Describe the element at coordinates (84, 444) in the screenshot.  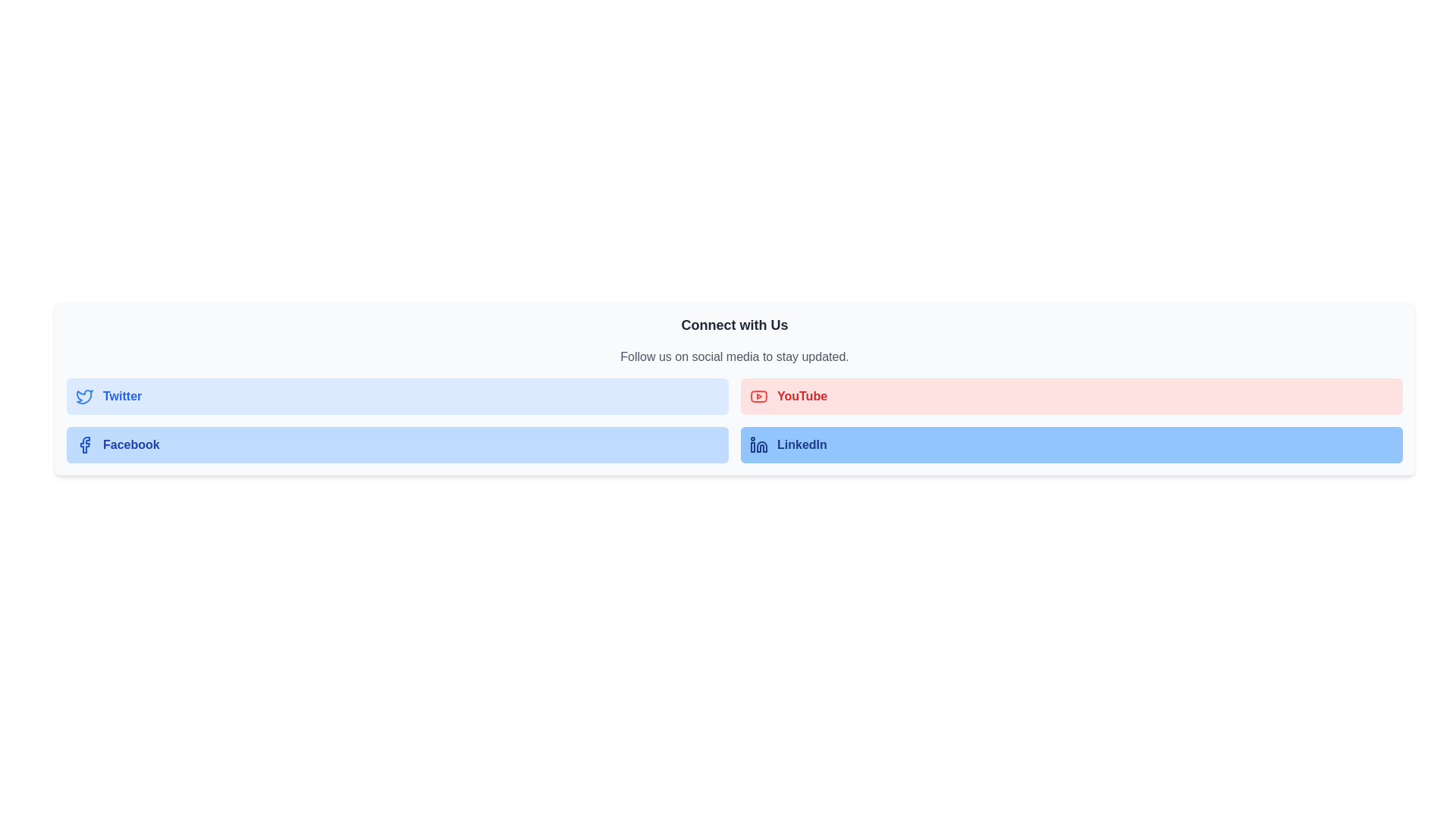
I see `the Facebook logo icon located in the bottom left section of the interface to follow the associated action` at that location.